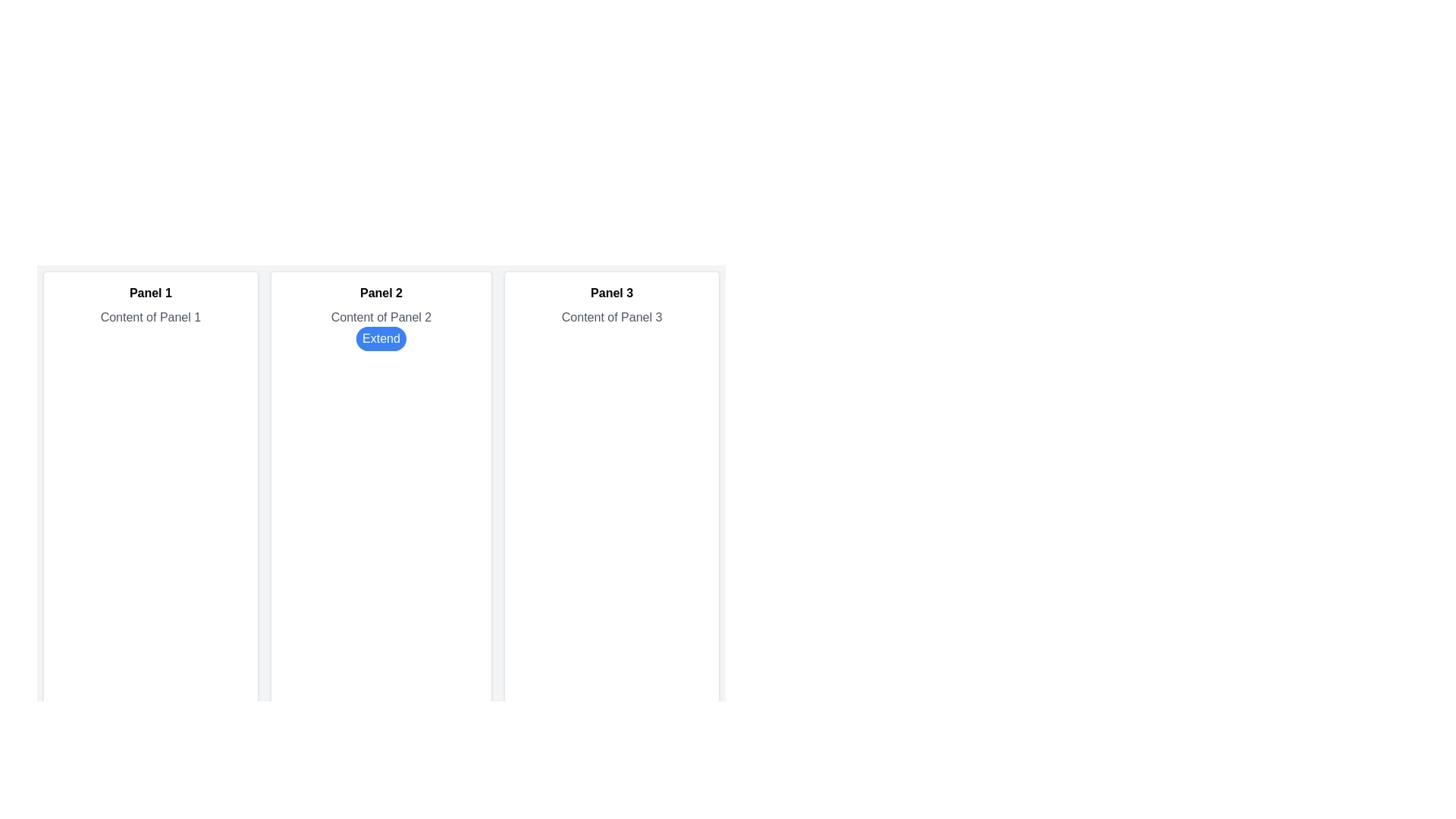 This screenshot has height=819, width=1456. What do you see at coordinates (612, 317) in the screenshot?
I see `the text label displaying 'Content of Panel 3' located beneath the title 'Panel 3' in the card-like panel` at bounding box center [612, 317].